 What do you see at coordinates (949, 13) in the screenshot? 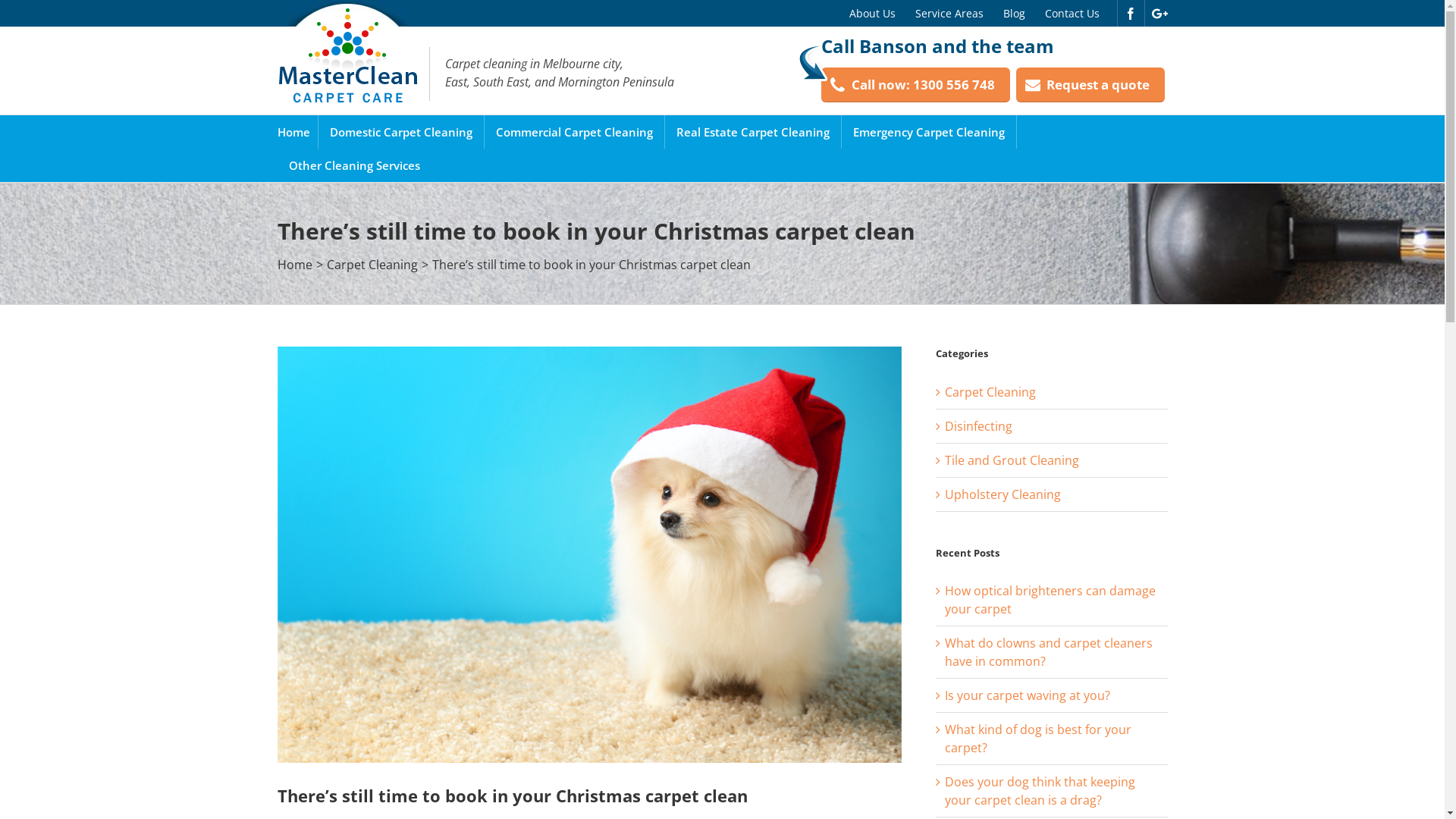
I see `'Service Areas'` at bounding box center [949, 13].